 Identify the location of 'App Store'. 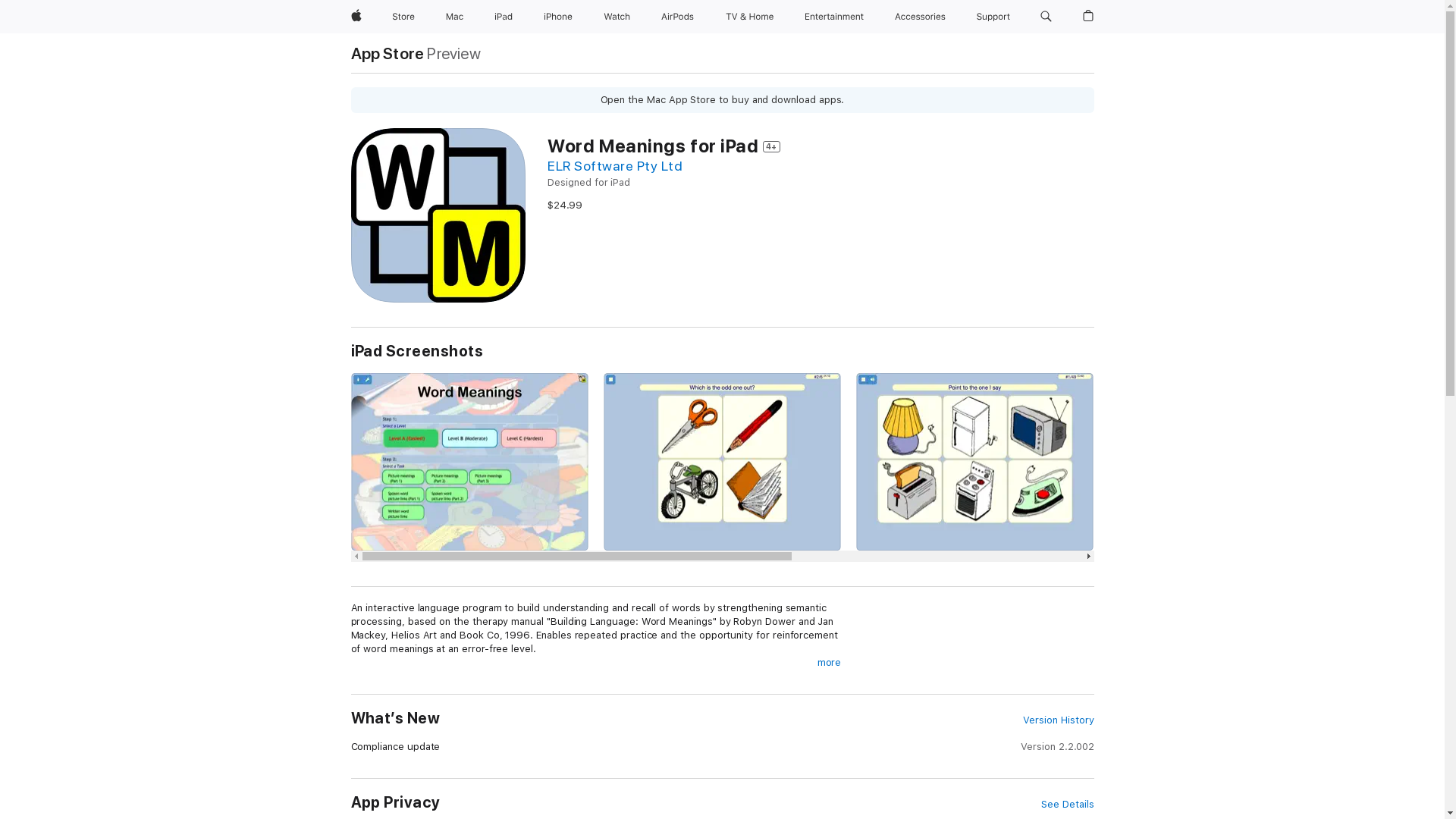
(349, 52).